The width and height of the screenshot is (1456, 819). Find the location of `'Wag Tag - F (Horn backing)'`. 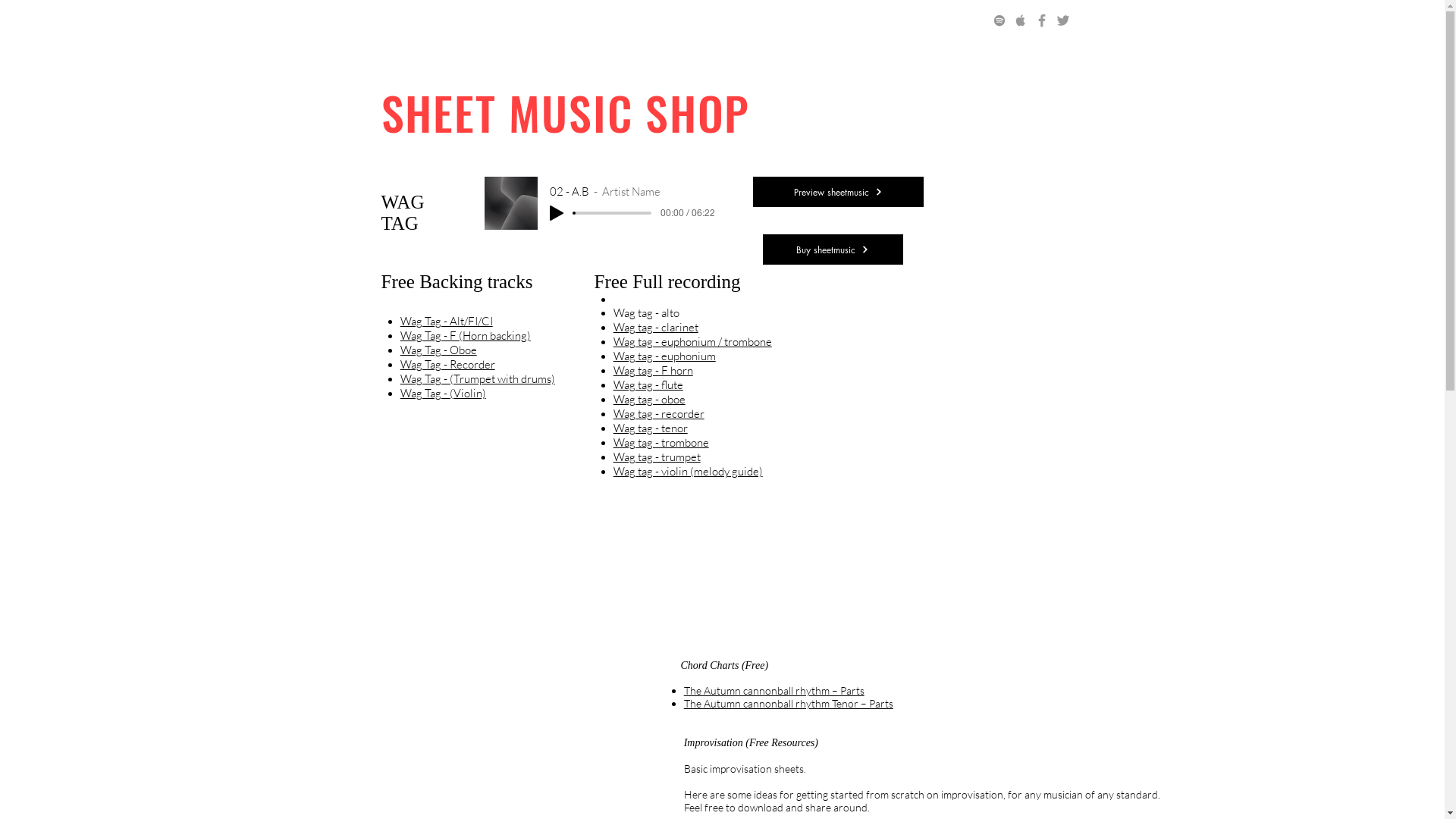

'Wag Tag - F (Horn backing)' is located at coordinates (465, 334).